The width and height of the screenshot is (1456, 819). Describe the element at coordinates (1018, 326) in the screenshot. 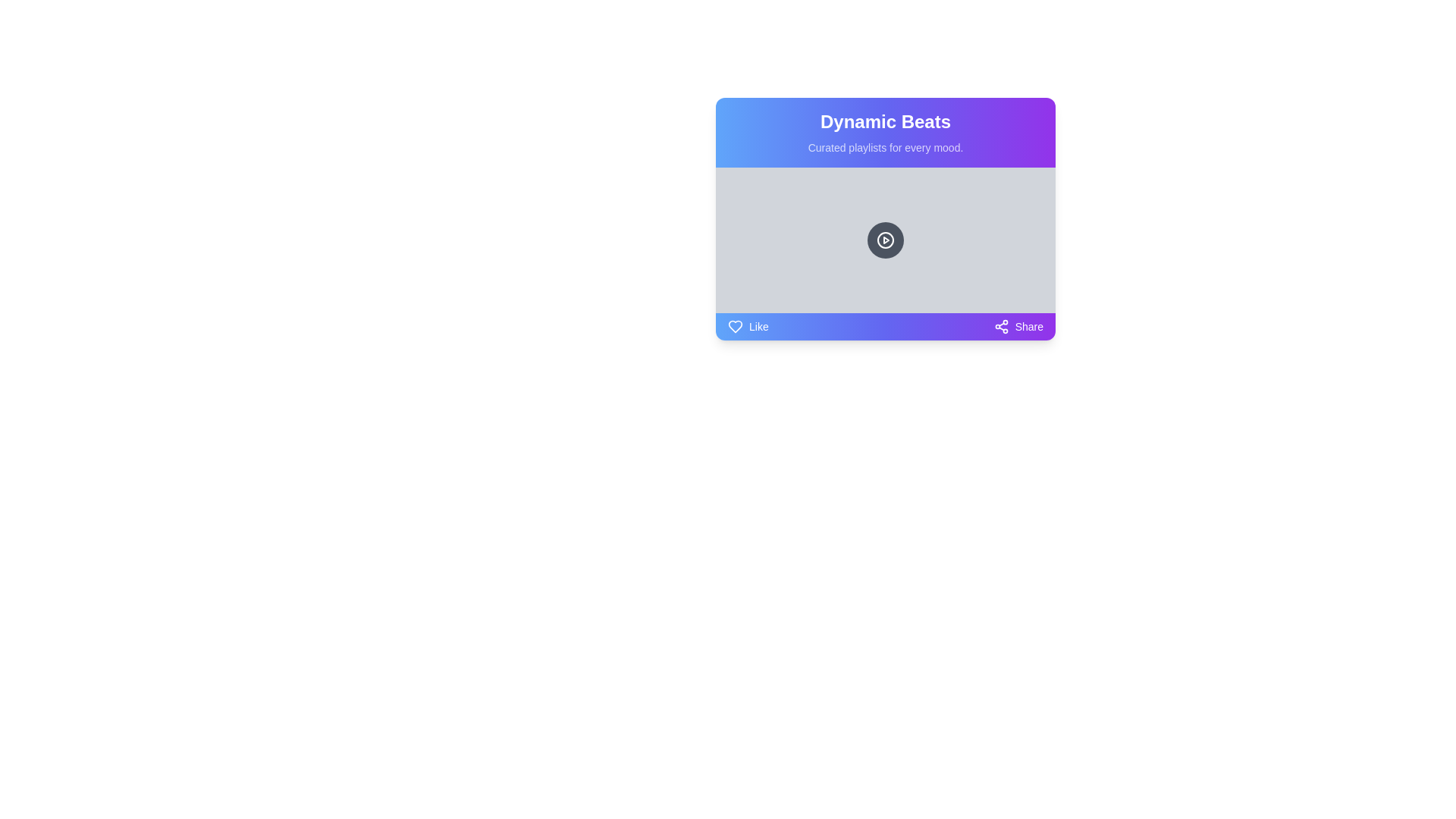

I see `the share button, which is the second button from the right in the button group located in the lower section of the card, to potentially reveal a tooltip or visual effect` at that location.